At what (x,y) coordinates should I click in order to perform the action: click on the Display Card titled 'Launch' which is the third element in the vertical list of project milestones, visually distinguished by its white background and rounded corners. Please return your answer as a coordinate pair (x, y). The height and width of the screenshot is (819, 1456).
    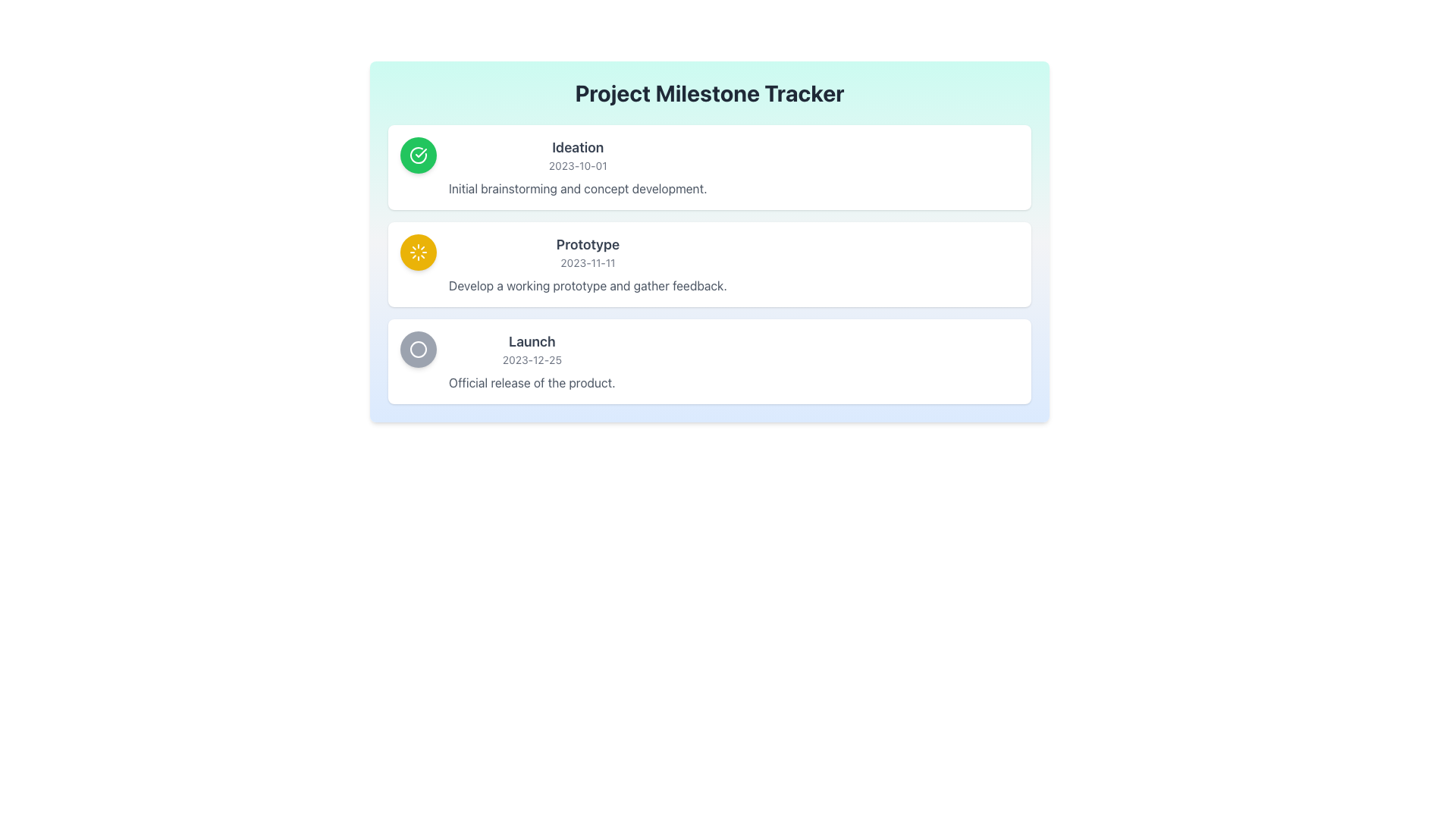
    Looking at the image, I should click on (709, 362).